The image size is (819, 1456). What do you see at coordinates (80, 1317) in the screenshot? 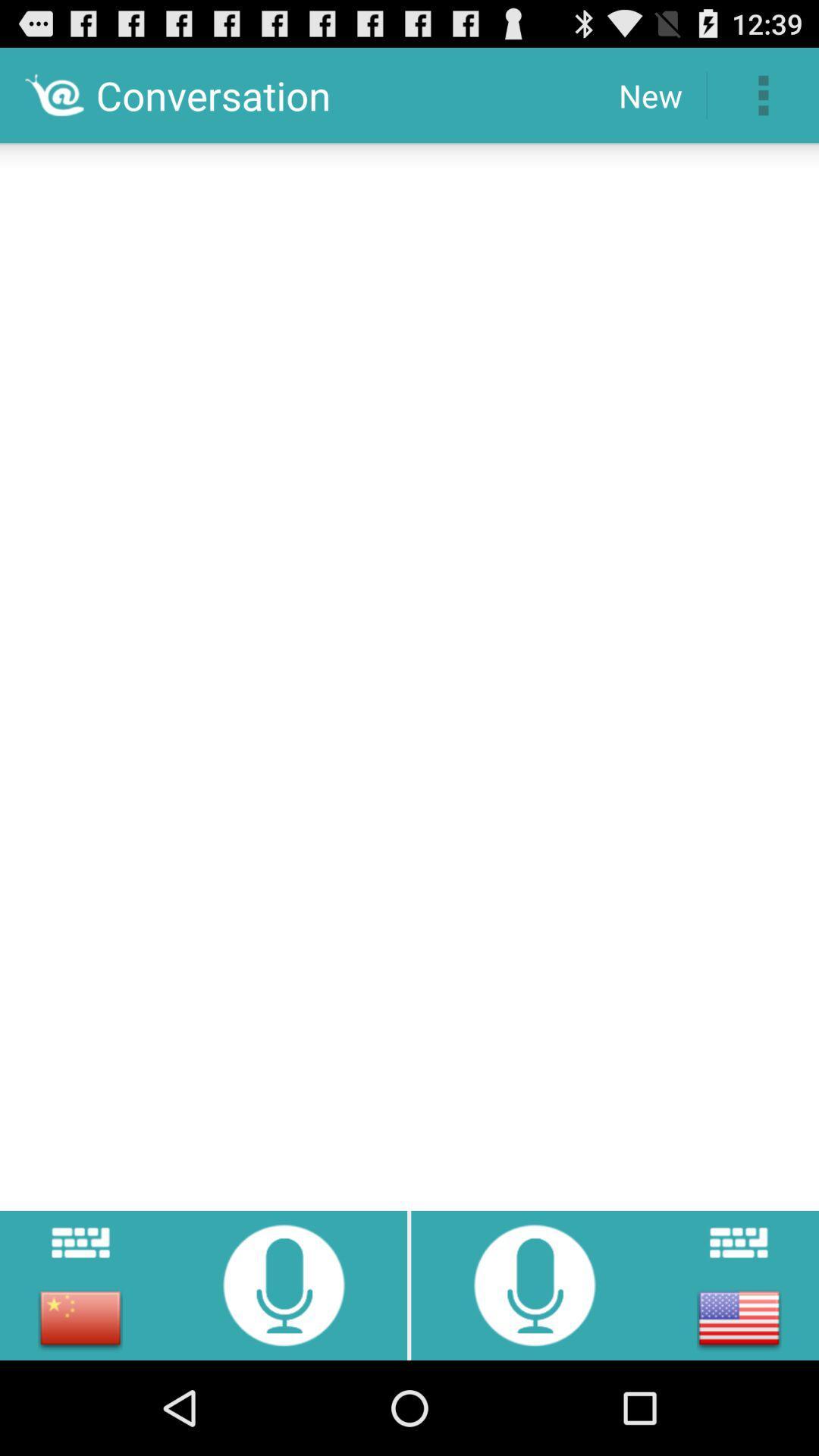
I see `switch to chinese` at bounding box center [80, 1317].